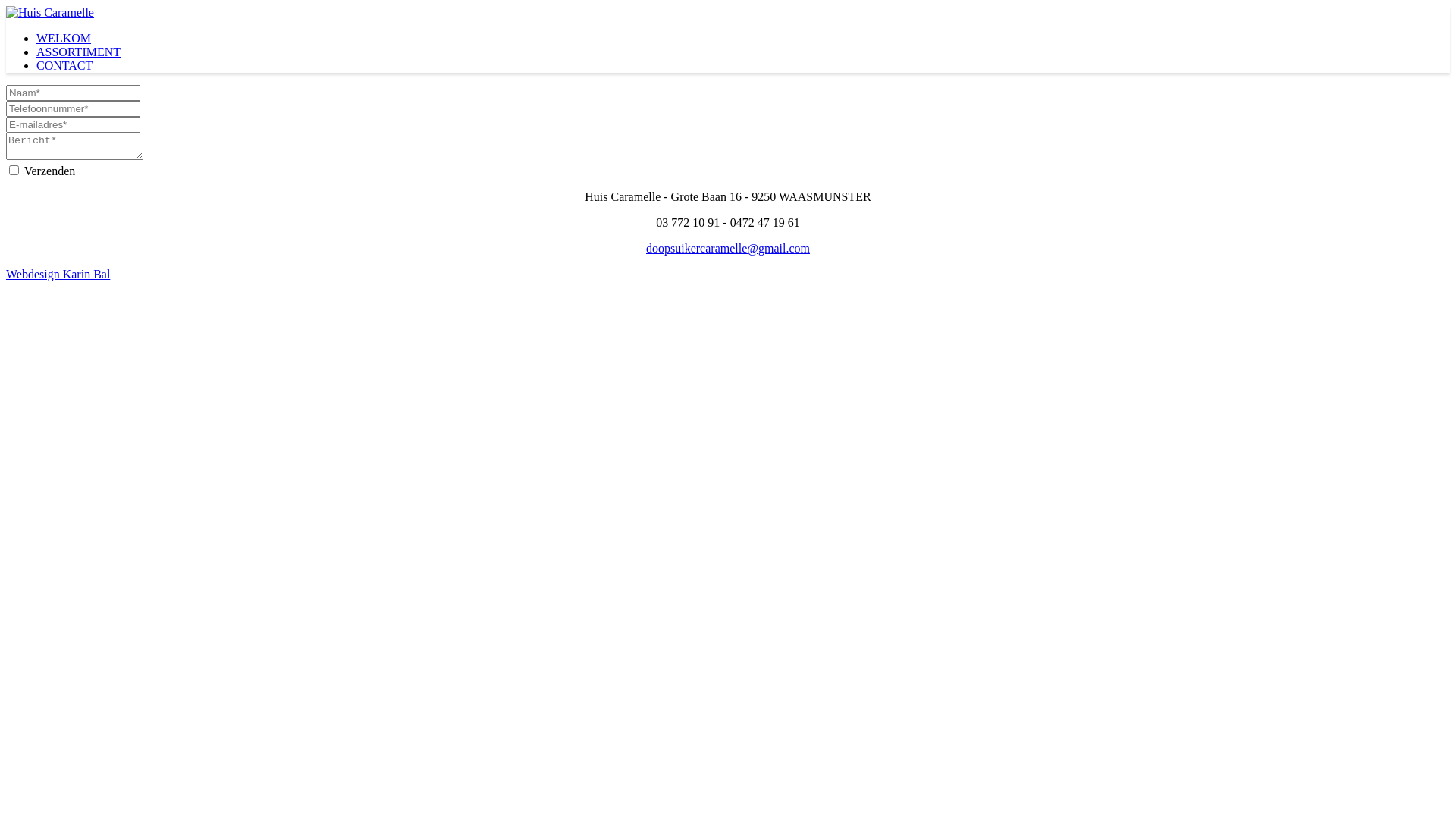  Describe the element at coordinates (36, 37) in the screenshot. I see `'WELKOM'` at that location.